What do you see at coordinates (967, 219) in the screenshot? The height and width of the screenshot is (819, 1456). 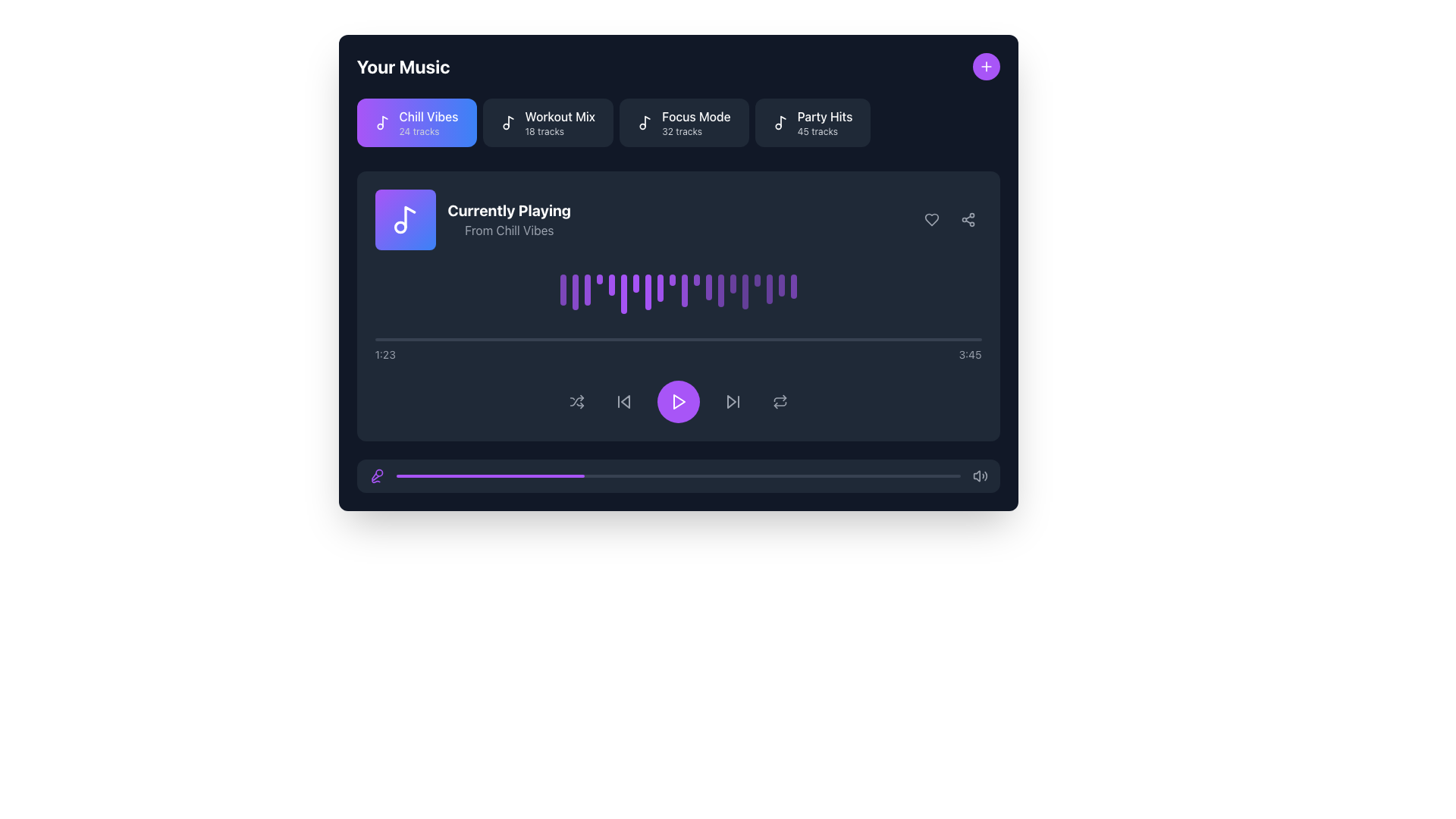 I see `the second button from the right in the horizontal button group located in the upper-right portion of the playing card section` at bounding box center [967, 219].